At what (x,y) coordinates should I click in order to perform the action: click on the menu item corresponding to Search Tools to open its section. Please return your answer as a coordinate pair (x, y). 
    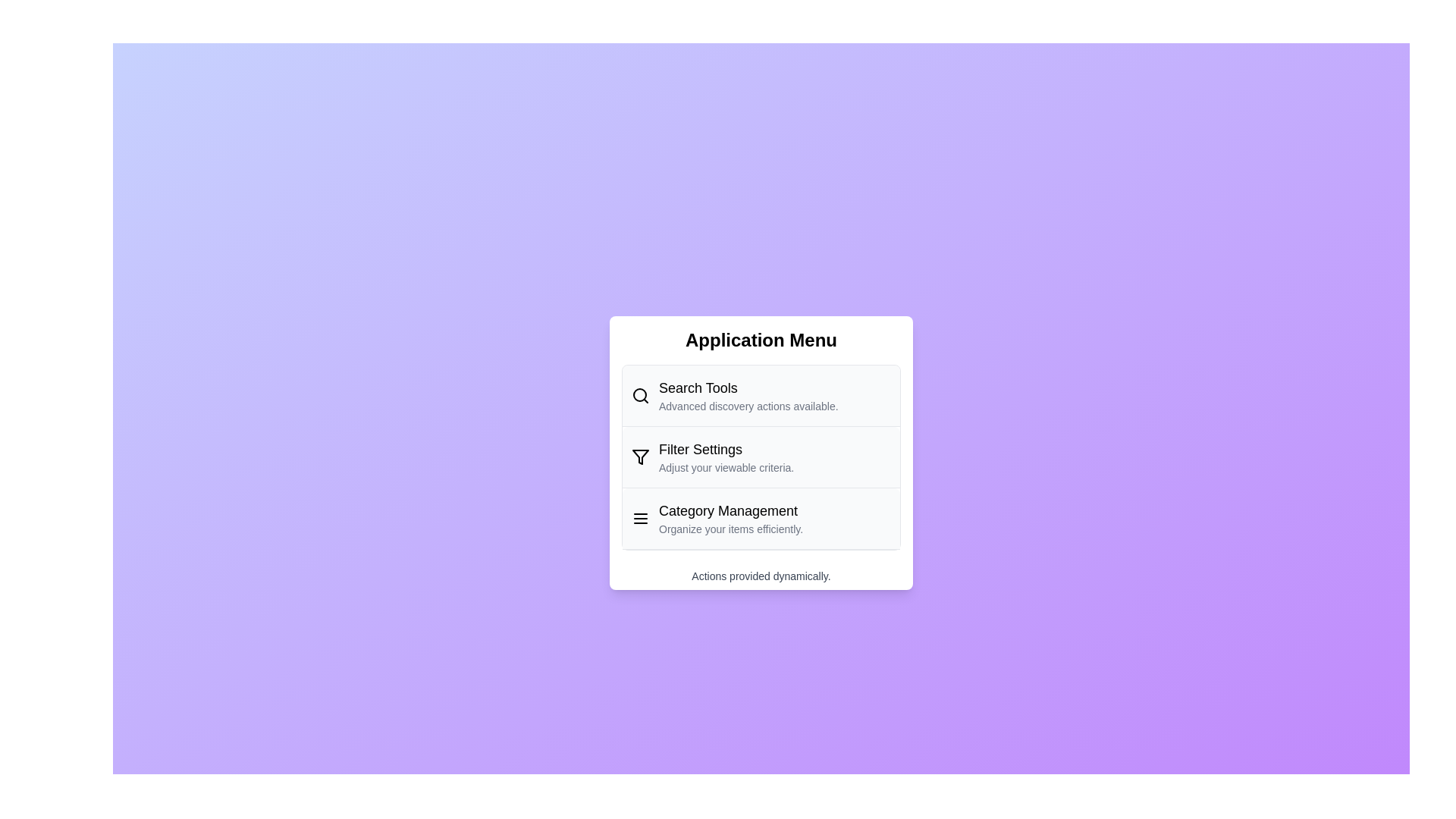
    Looking at the image, I should click on (761, 394).